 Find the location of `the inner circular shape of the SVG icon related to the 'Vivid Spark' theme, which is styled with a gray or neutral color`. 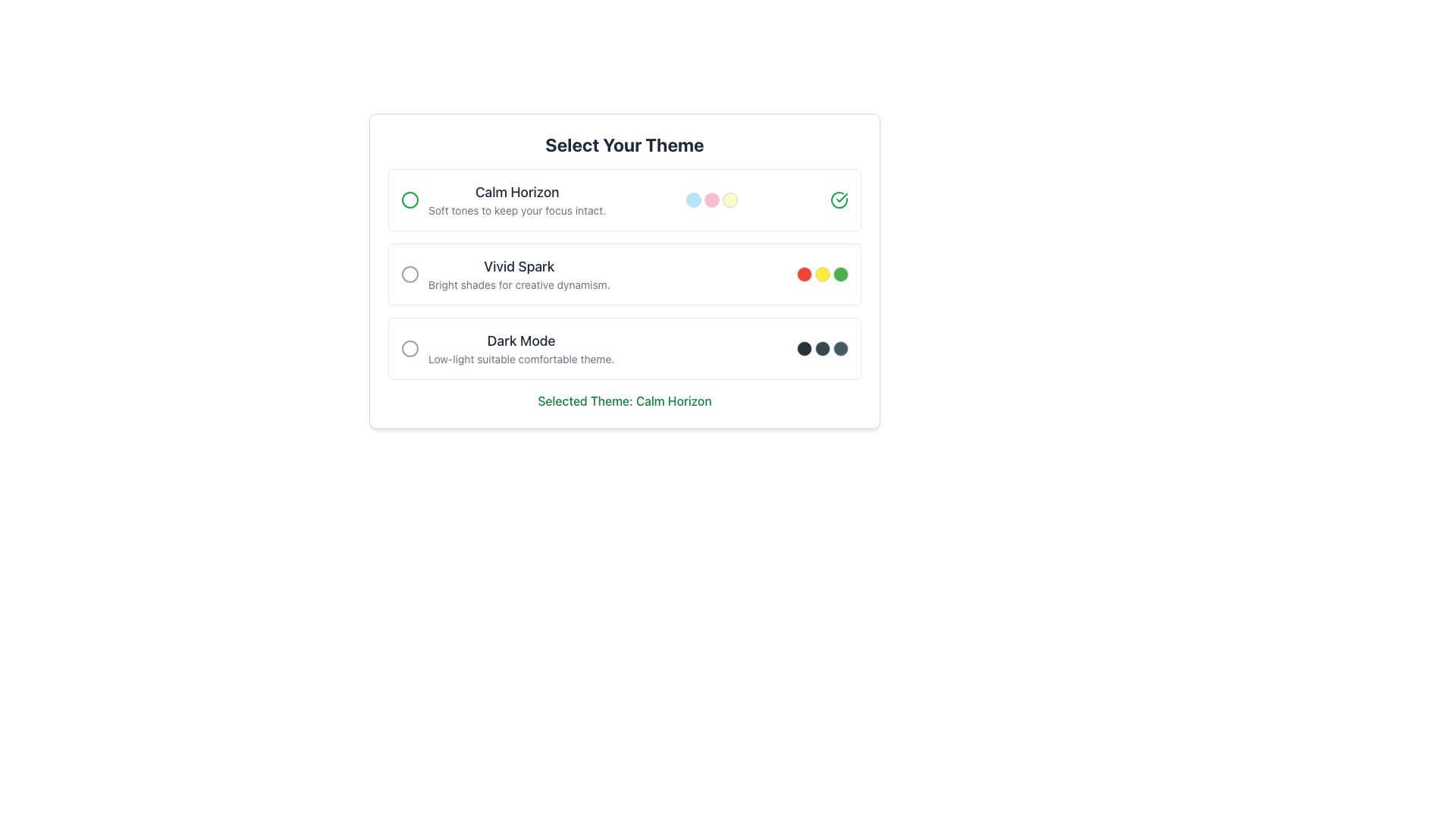

the inner circular shape of the SVG icon related to the 'Vivid Spark' theme, which is styled with a gray or neutral color is located at coordinates (410, 275).